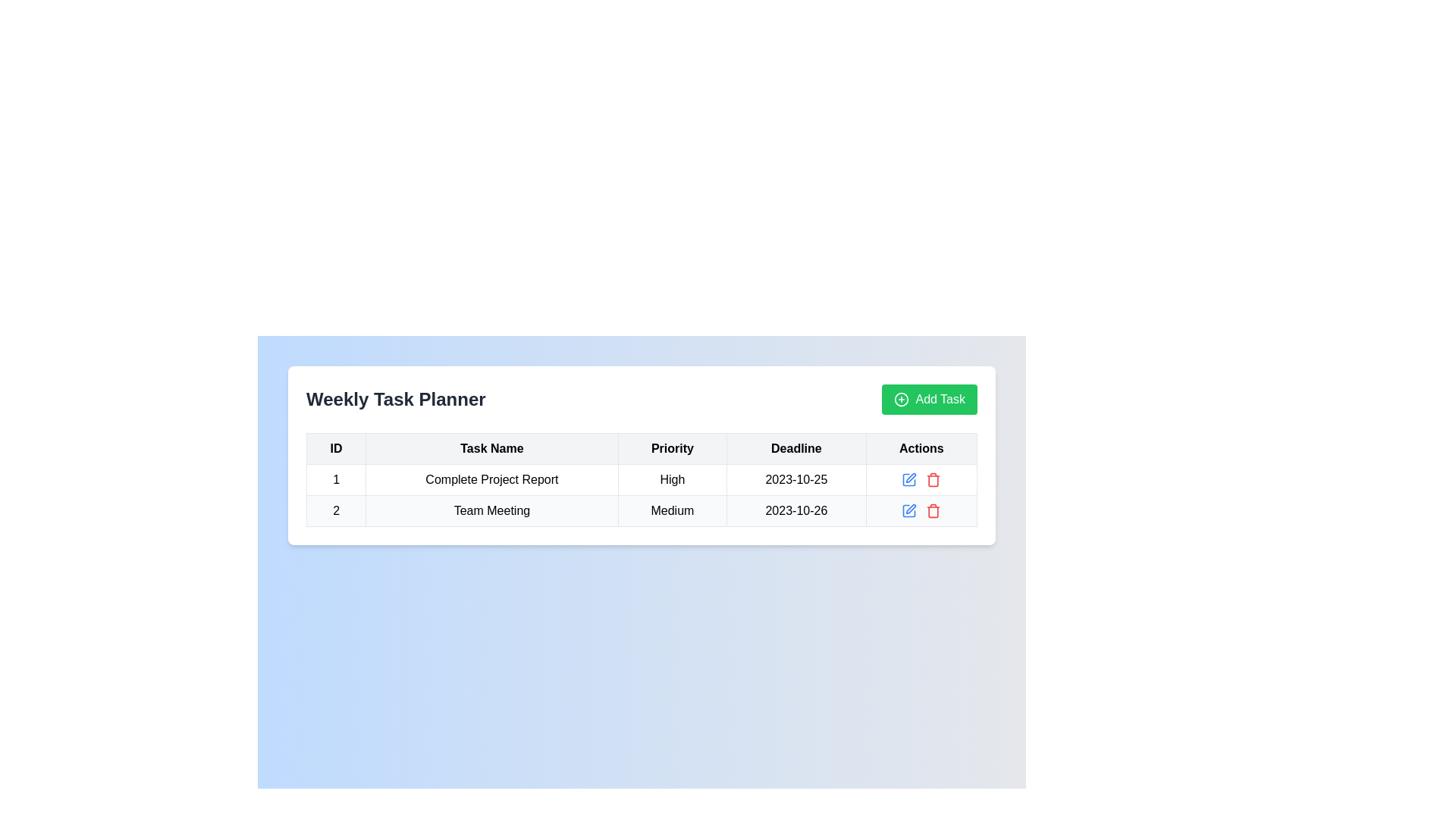  I want to click on the text cell containing the word 'Medium' in the 'Priority' column of the 'Team Meeting' row in the table, so click(671, 511).